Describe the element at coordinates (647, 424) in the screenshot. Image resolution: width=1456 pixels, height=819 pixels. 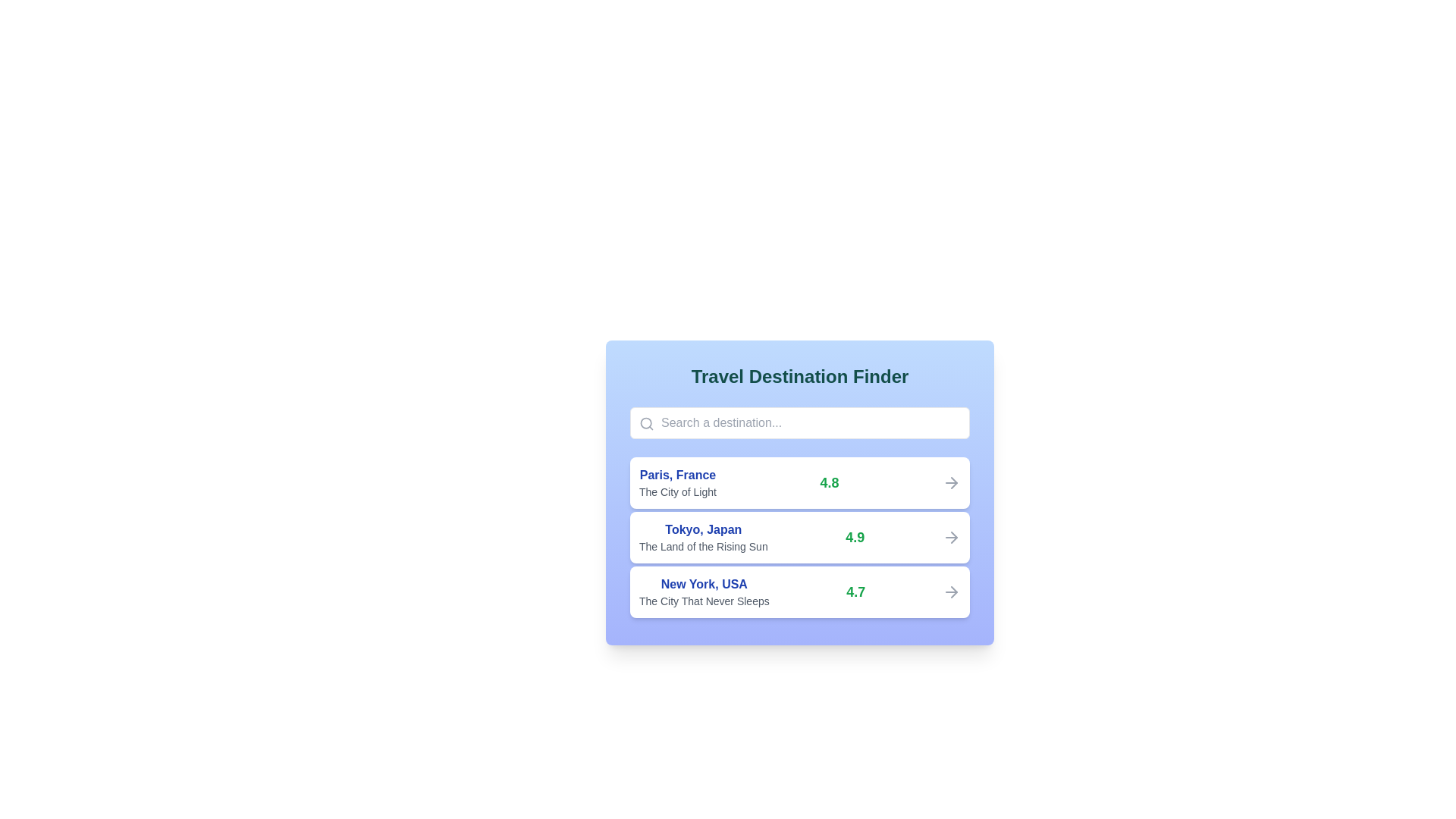
I see `the circular magnifying glass icon` at that location.